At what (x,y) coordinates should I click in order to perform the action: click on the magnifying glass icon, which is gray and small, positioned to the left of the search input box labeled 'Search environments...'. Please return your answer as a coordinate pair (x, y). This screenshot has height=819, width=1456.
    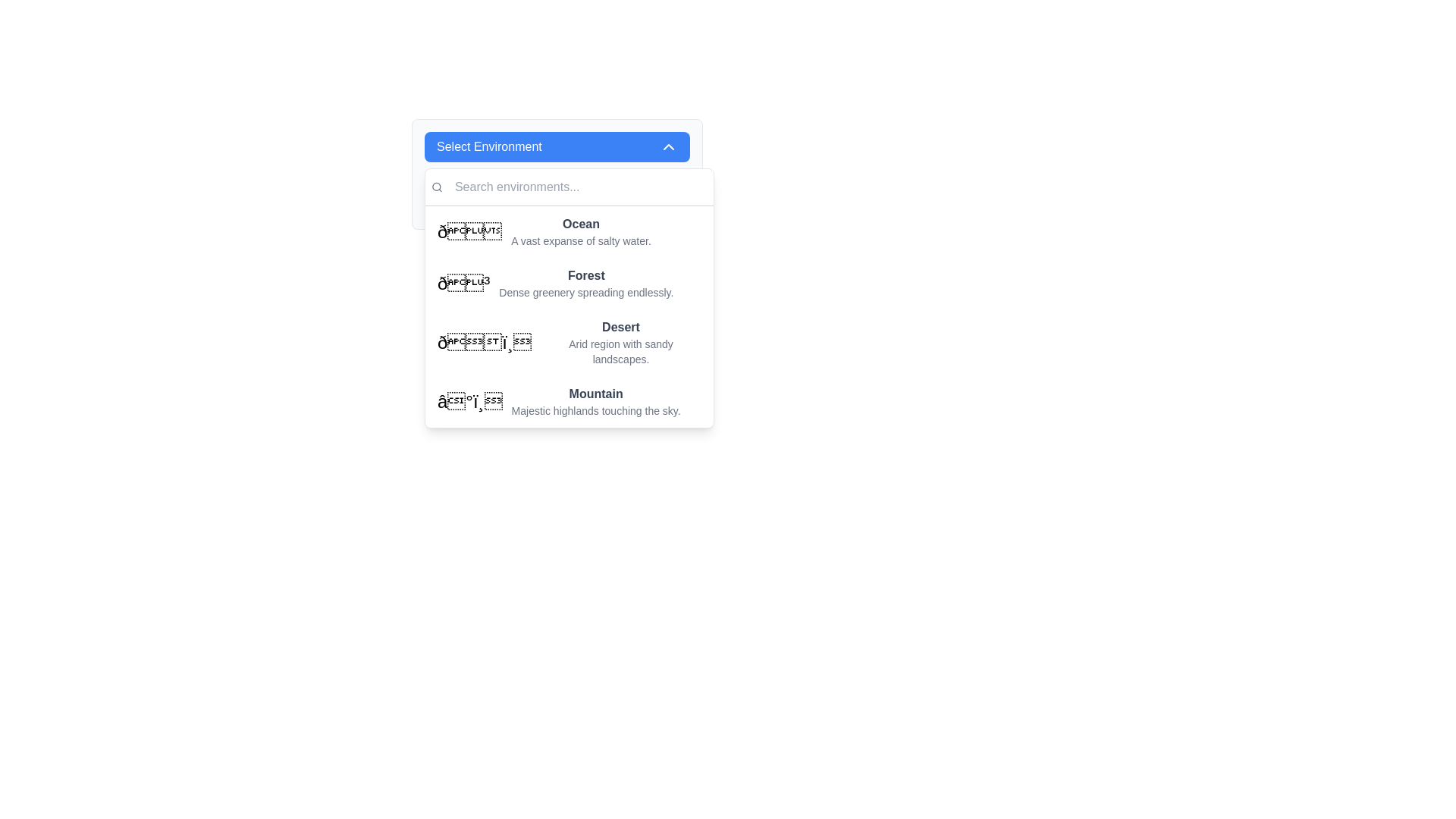
    Looking at the image, I should click on (436, 186).